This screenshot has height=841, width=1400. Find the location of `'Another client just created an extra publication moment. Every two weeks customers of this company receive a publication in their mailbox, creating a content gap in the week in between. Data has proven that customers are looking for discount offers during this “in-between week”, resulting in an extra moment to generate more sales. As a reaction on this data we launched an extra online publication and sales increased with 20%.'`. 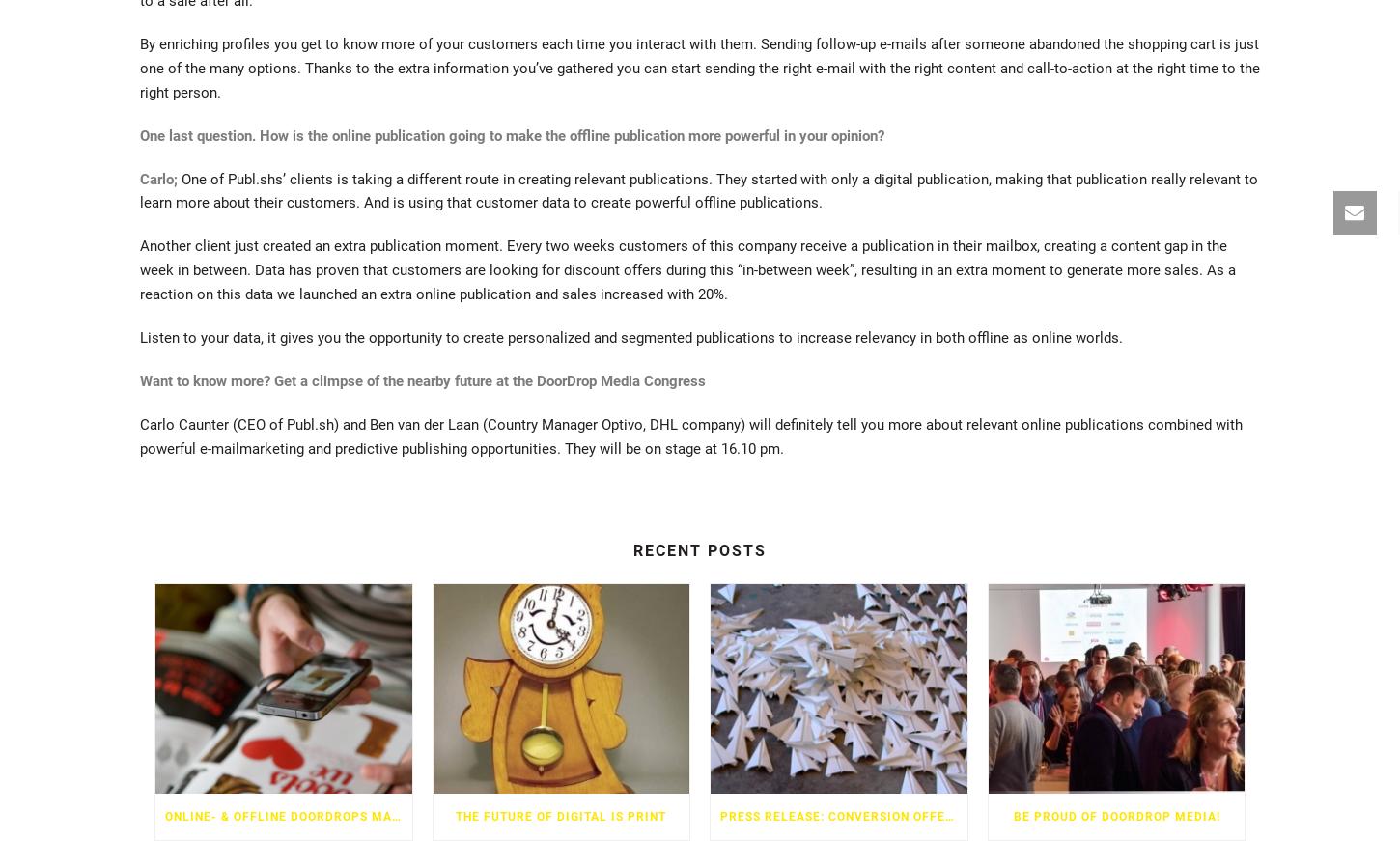

'Another client just created an extra publication moment. Every two weeks customers of this company receive a publication in their mailbox, creating a content gap in the week in between. Data has proven that customers are looking for discount offers during this “in-between week”, resulting in an extra moment to generate more sales. As a reaction on this data we launched an extra online publication and sales increased with 20%.' is located at coordinates (686, 270).